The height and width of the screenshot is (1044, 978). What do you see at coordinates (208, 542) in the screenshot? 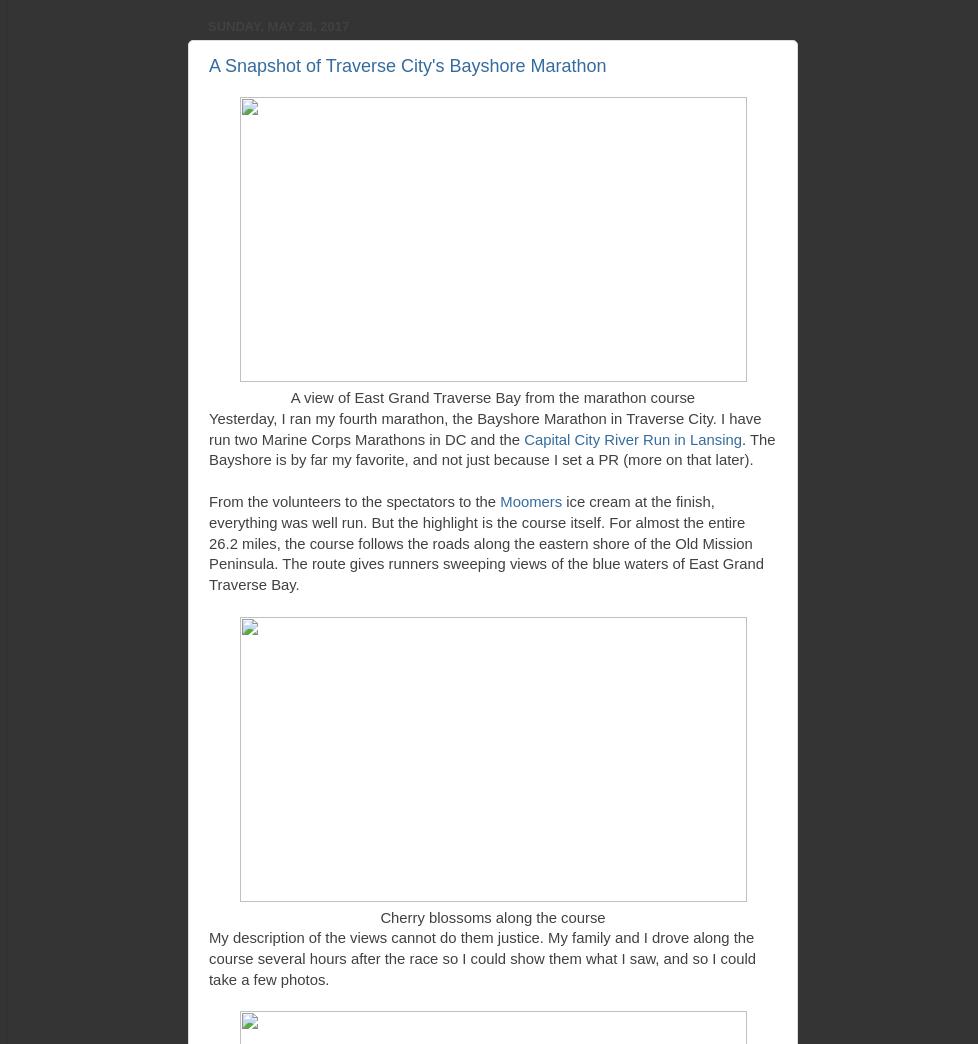
I see `'ice cream at the finish, everything was well run. But the highlight is the course itself. For almost the entire 26.2 miles, the course follows the roads along the eastern shore of the Old Mission Peninsula. The route gives runners sweeping views of the blue waters of East Grand Traverse Bay.'` at bounding box center [208, 542].